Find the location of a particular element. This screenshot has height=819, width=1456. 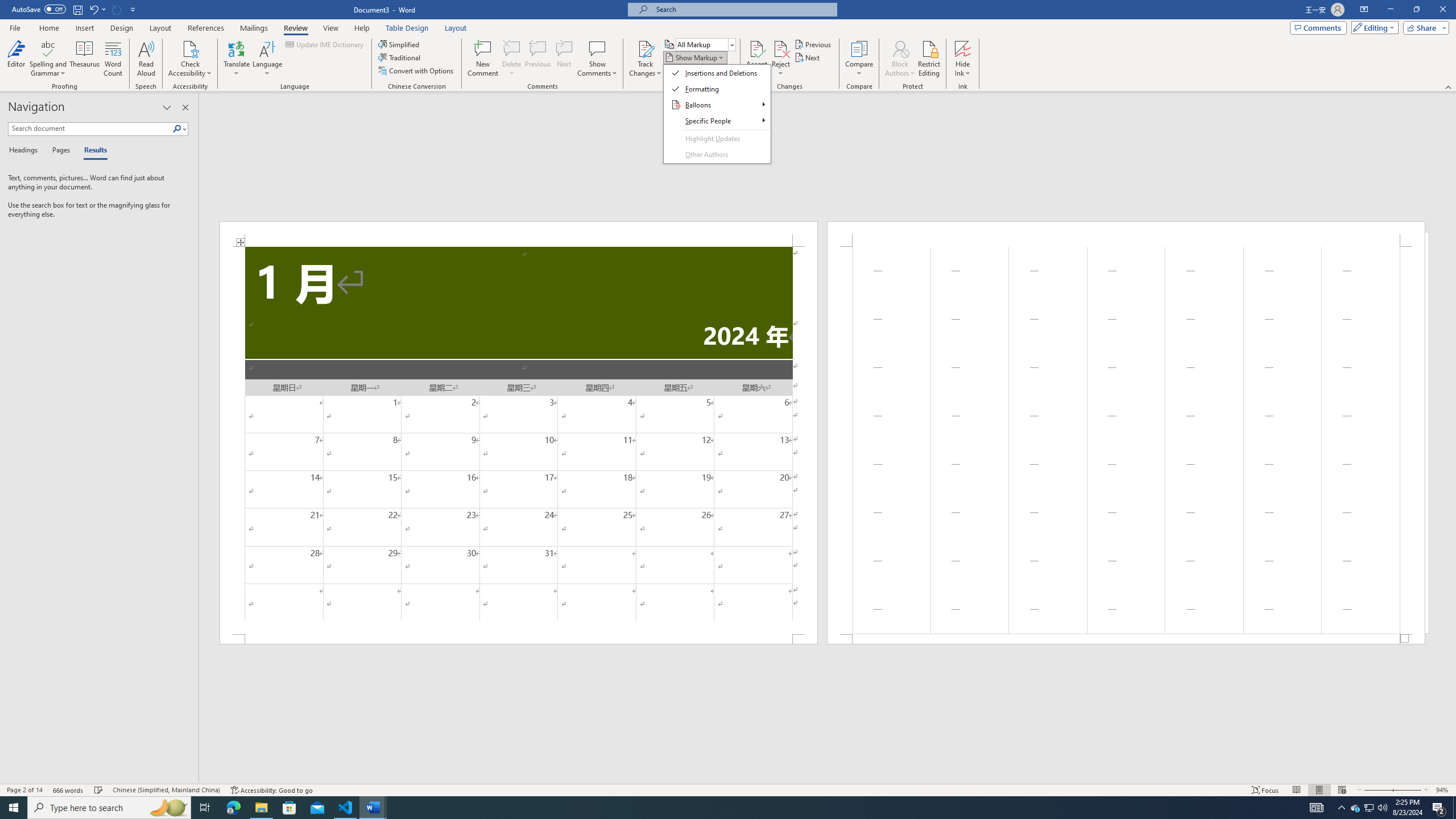

'Hide Ink' is located at coordinates (962, 48).